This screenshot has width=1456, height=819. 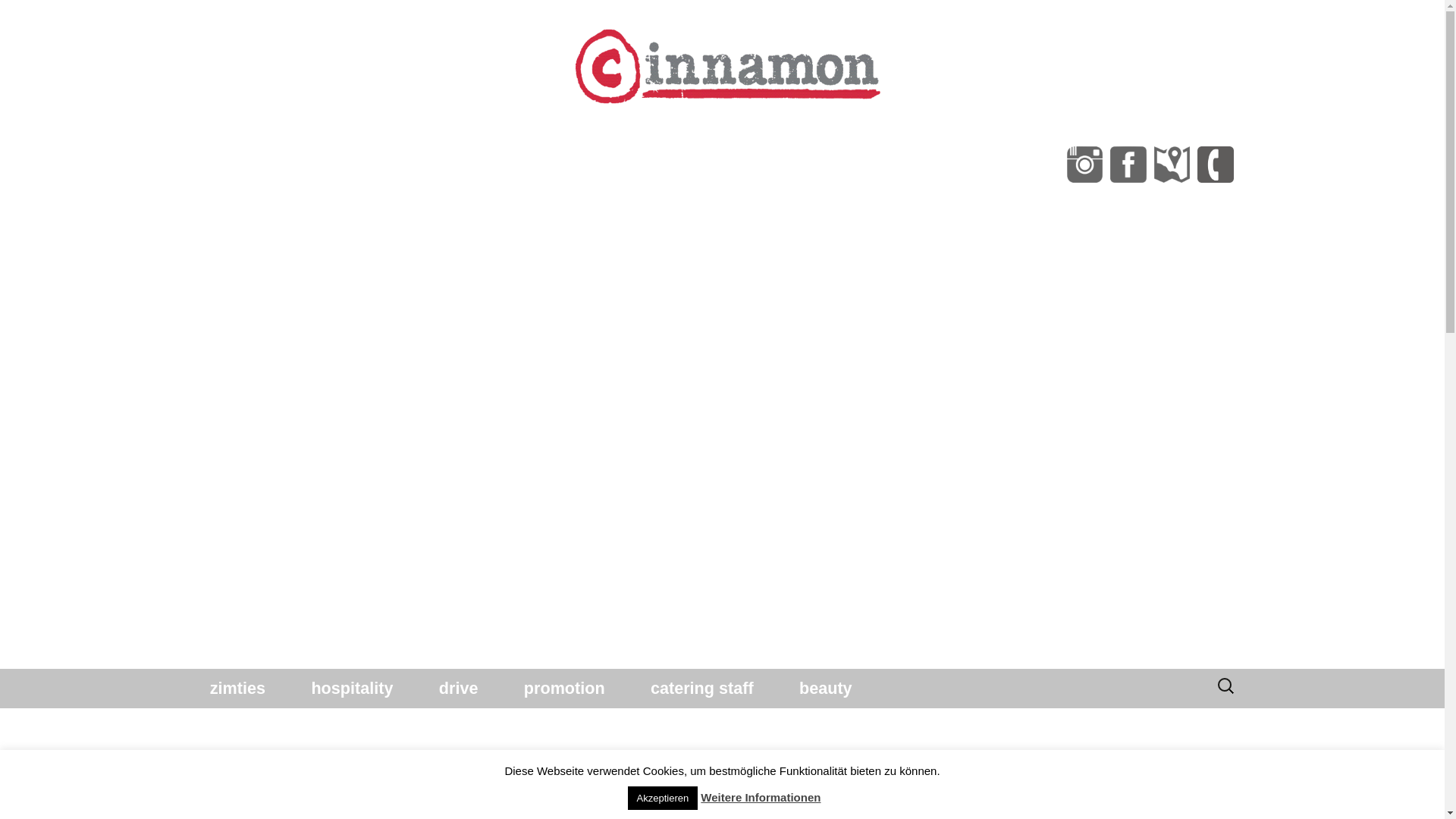 What do you see at coordinates (237, 688) in the screenshot?
I see `'zimties'` at bounding box center [237, 688].